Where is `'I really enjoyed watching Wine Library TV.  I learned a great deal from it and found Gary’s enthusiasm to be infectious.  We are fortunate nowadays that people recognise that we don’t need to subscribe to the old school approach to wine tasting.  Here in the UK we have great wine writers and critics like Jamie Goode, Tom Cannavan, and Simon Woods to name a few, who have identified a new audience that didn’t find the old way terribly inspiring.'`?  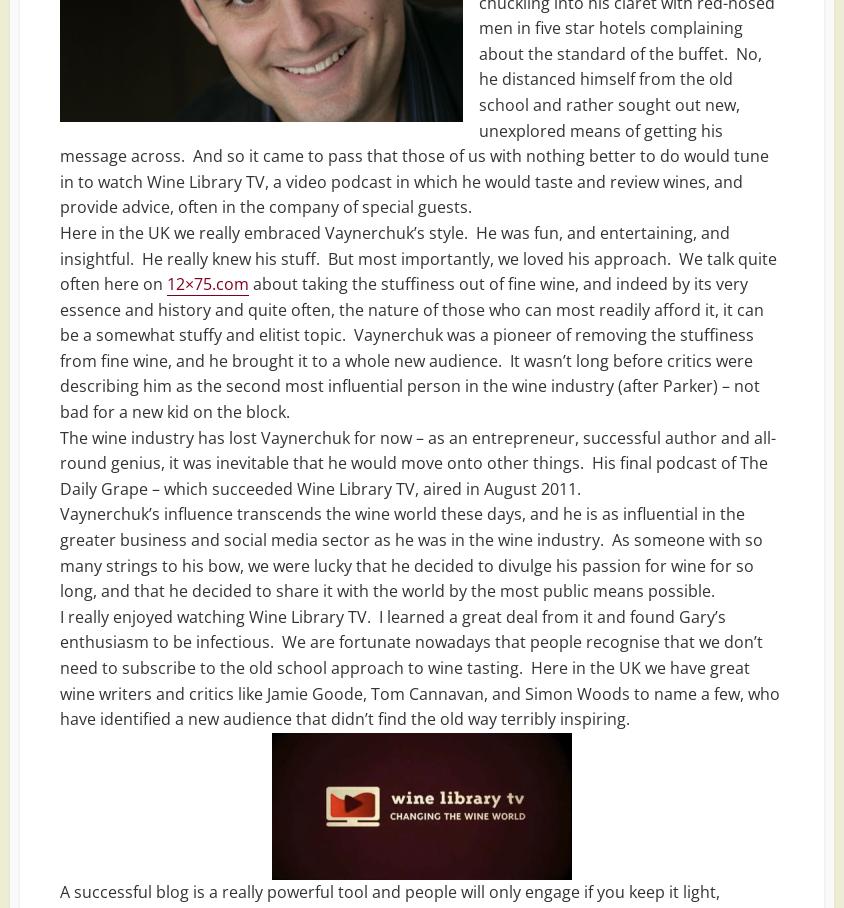 'I really enjoyed watching Wine Library TV.  I learned a great deal from it and found Gary’s enthusiasm to be infectious.  We are fortunate nowadays that people recognise that we don’t need to subscribe to the old school approach to wine tasting.  Here in the UK we have great wine writers and critics like Jamie Goode, Tom Cannavan, and Simon Woods to name a few, who have identified a new audience that didn’t find the old way terribly inspiring.' is located at coordinates (59, 667).